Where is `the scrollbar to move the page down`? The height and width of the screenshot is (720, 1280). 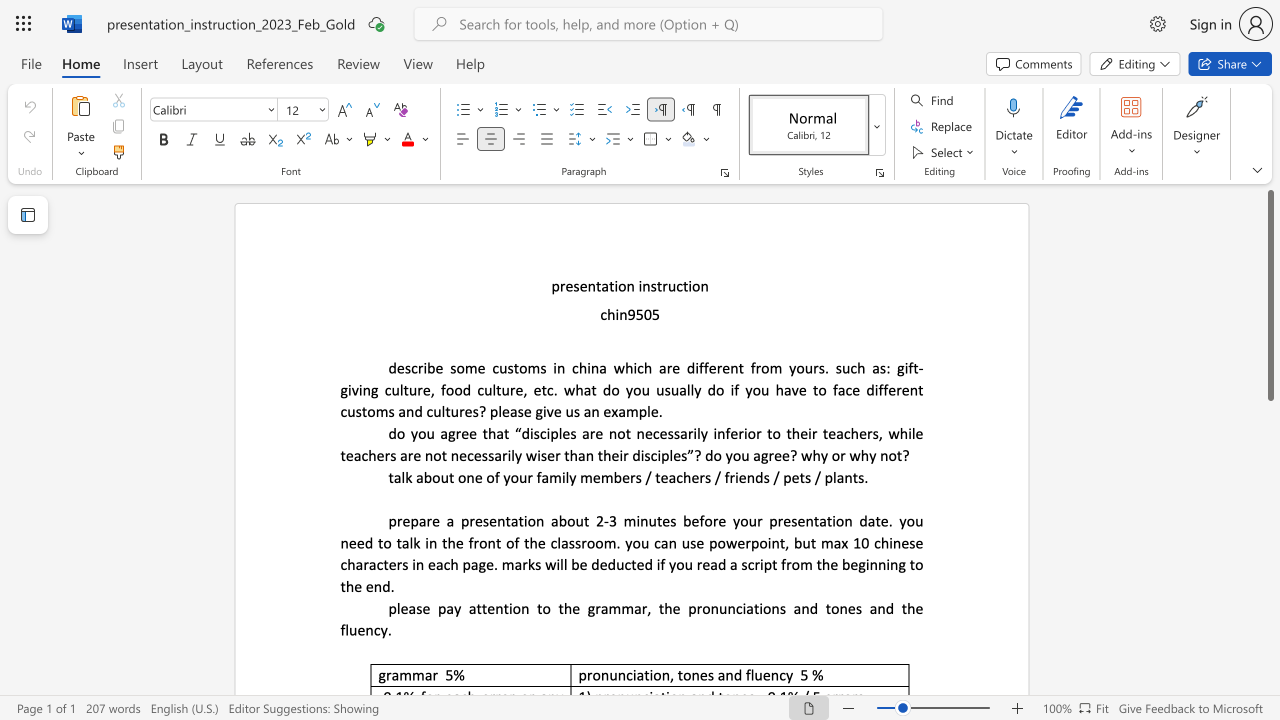 the scrollbar to move the page down is located at coordinates (1269, 470).